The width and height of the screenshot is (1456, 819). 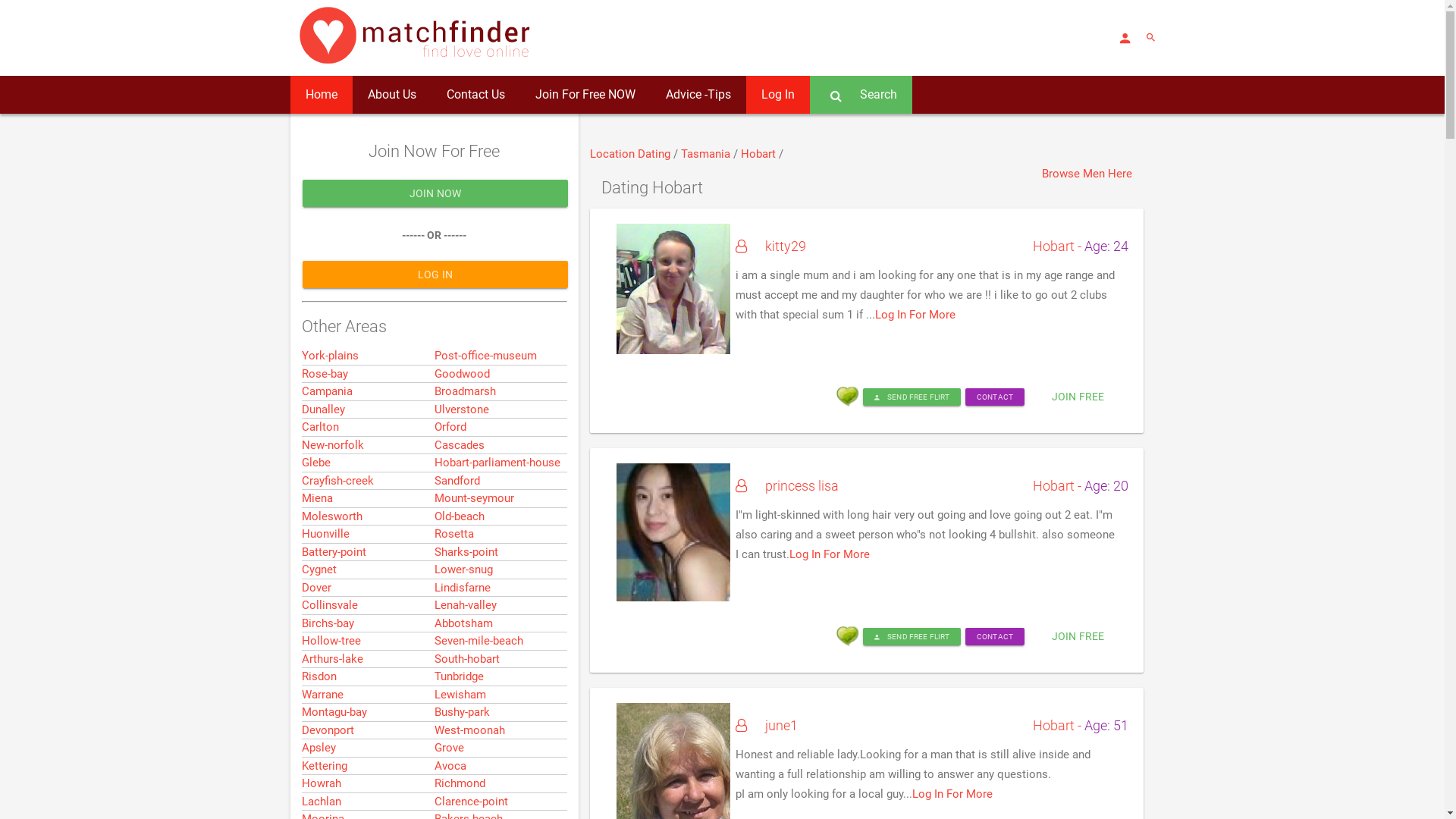 I want to click on 'About Us', so click(x=351, y=94).